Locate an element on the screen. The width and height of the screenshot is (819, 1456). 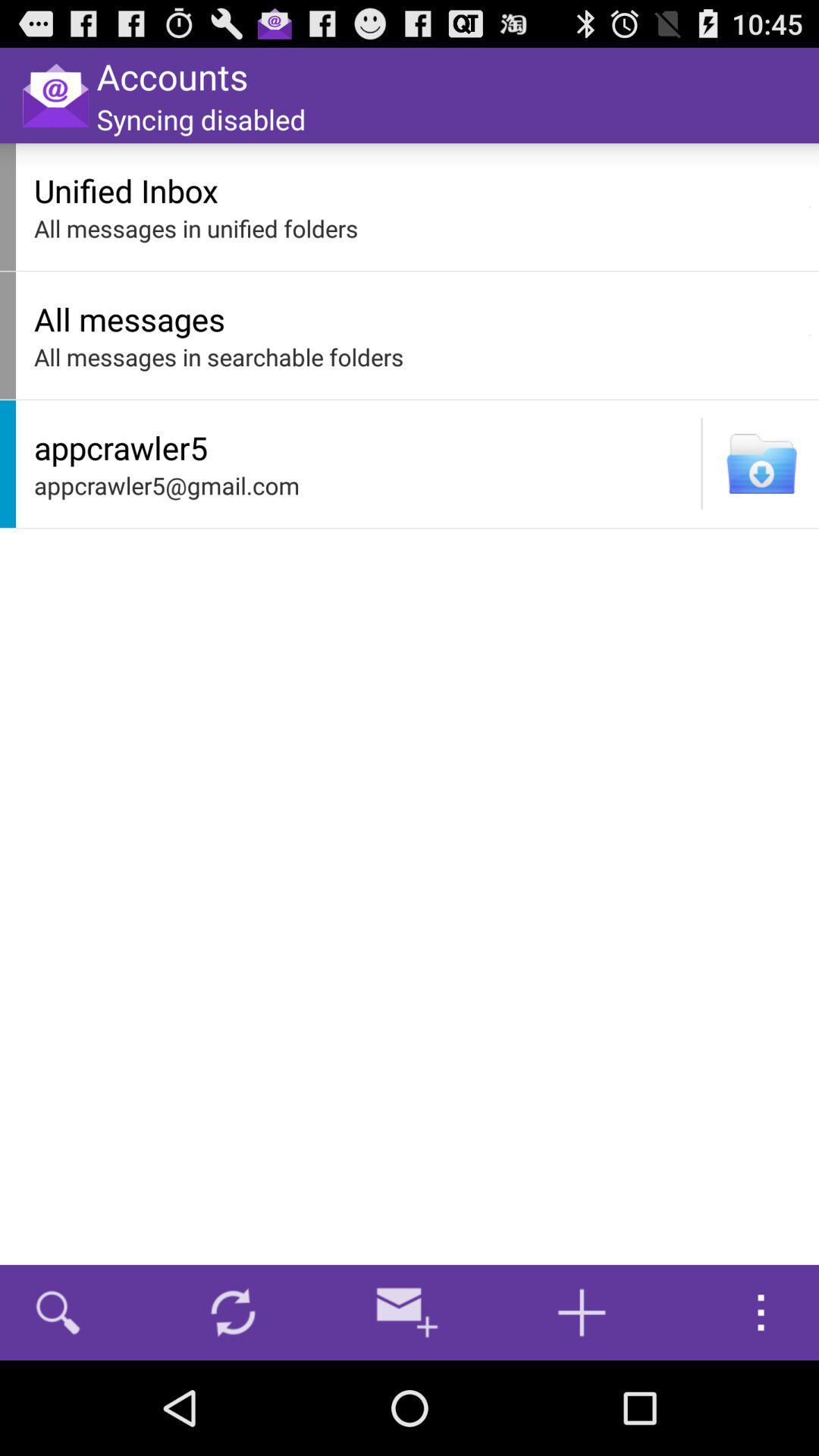
icon below the appcrawler5 item is located at coordinates (363, 485).